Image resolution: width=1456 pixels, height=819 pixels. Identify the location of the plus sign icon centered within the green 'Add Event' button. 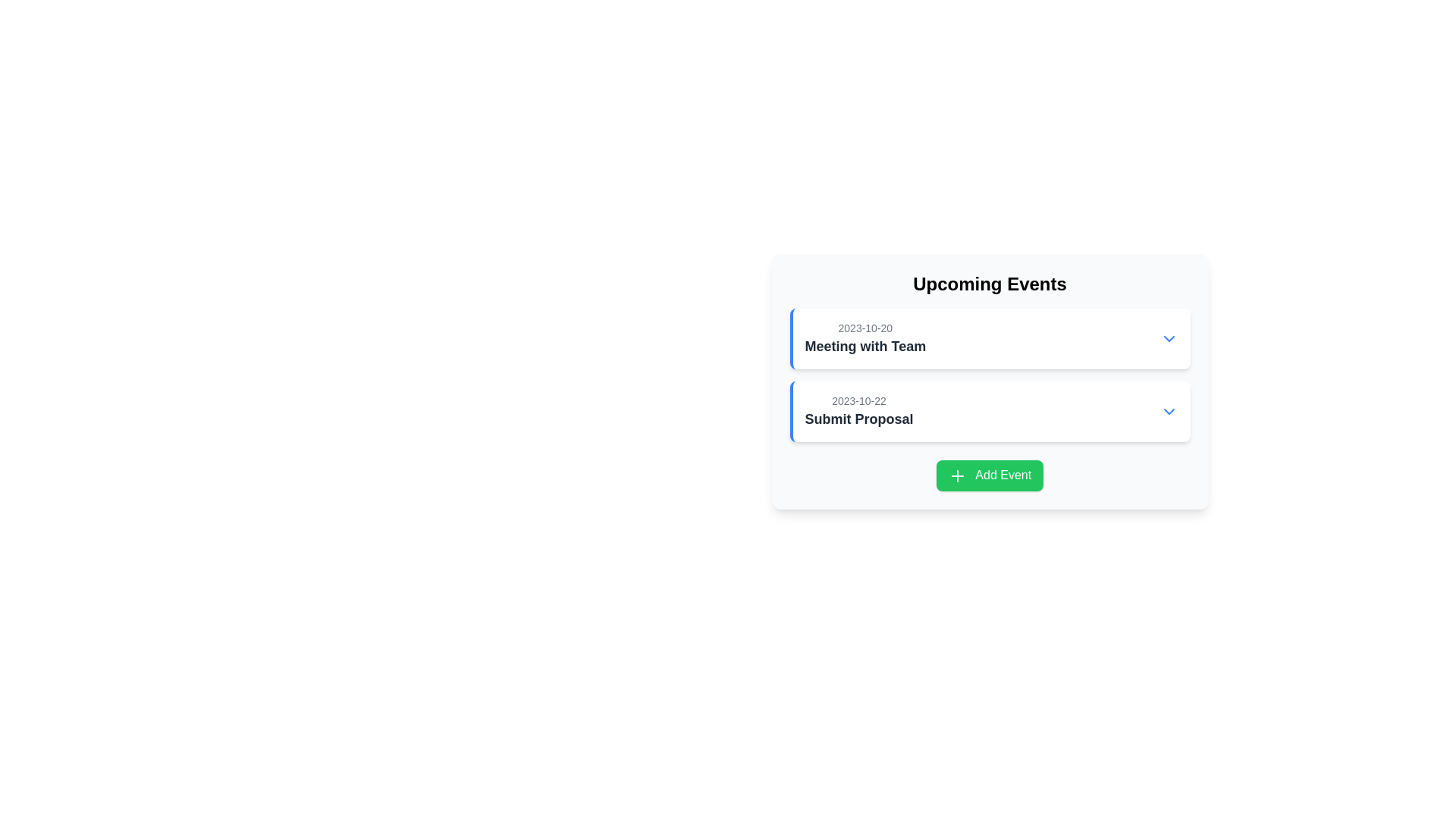
(956, 475).